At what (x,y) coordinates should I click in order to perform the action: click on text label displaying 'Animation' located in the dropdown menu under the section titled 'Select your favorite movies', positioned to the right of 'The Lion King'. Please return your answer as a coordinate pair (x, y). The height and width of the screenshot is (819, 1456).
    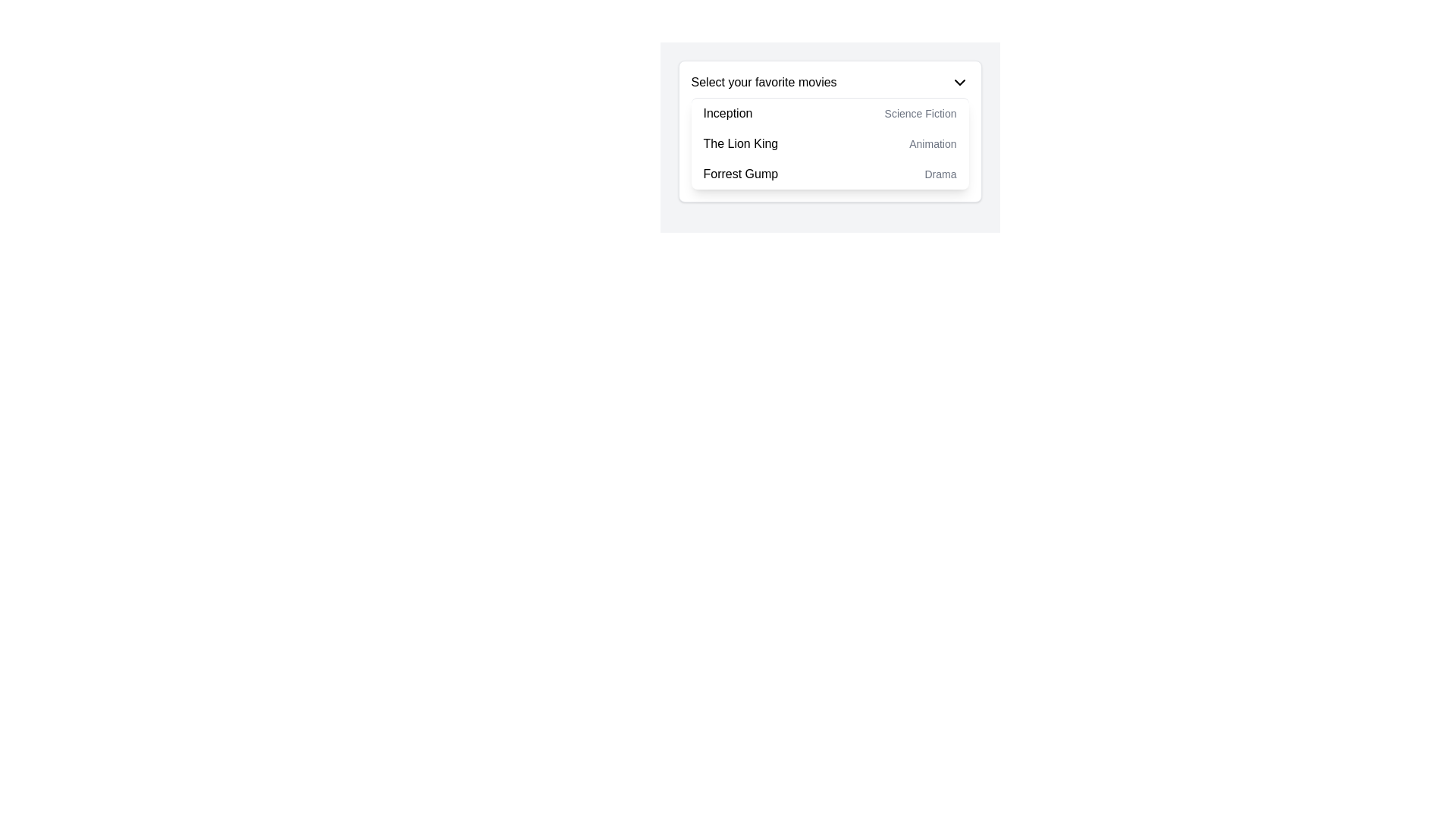
    Looking at the image, I should click on (932, 143).